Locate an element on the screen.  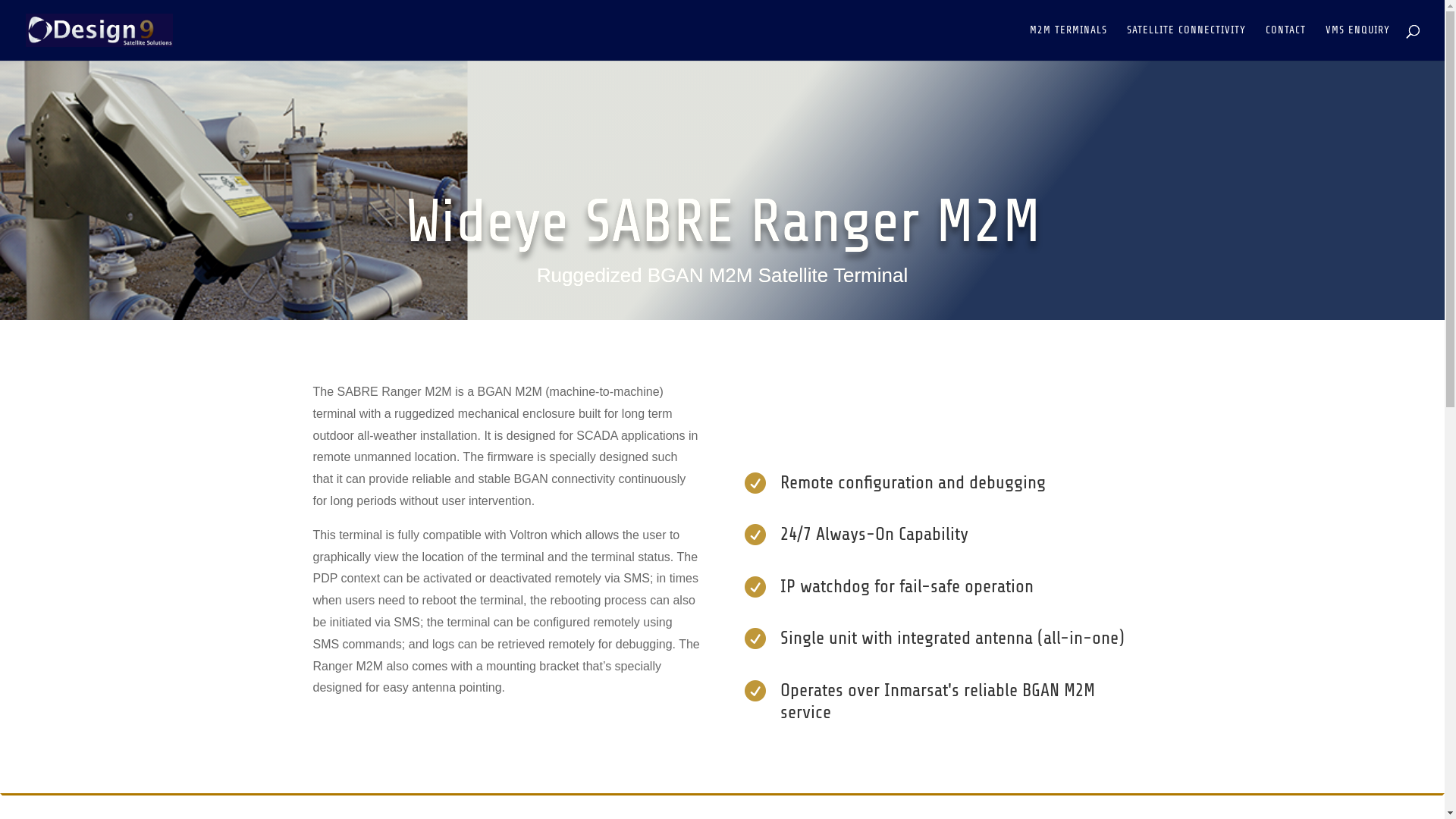
'SATELLITE CONNECTIVITY' is located at coordinates (1185, 42).